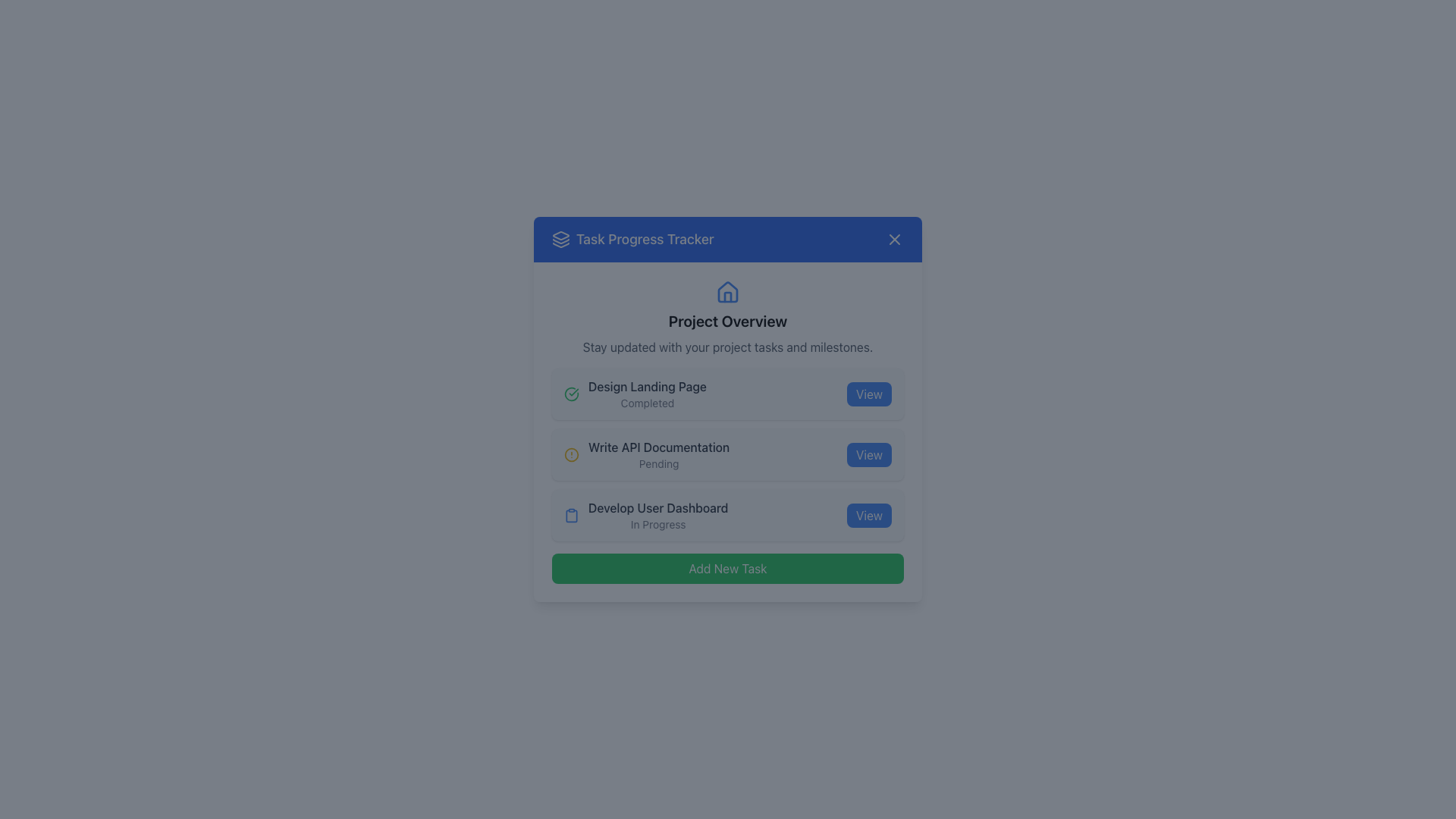  I want to click on the button located at the rightmost end of the row for the completed task titled 'Design Landing Page', so click(869, 394).